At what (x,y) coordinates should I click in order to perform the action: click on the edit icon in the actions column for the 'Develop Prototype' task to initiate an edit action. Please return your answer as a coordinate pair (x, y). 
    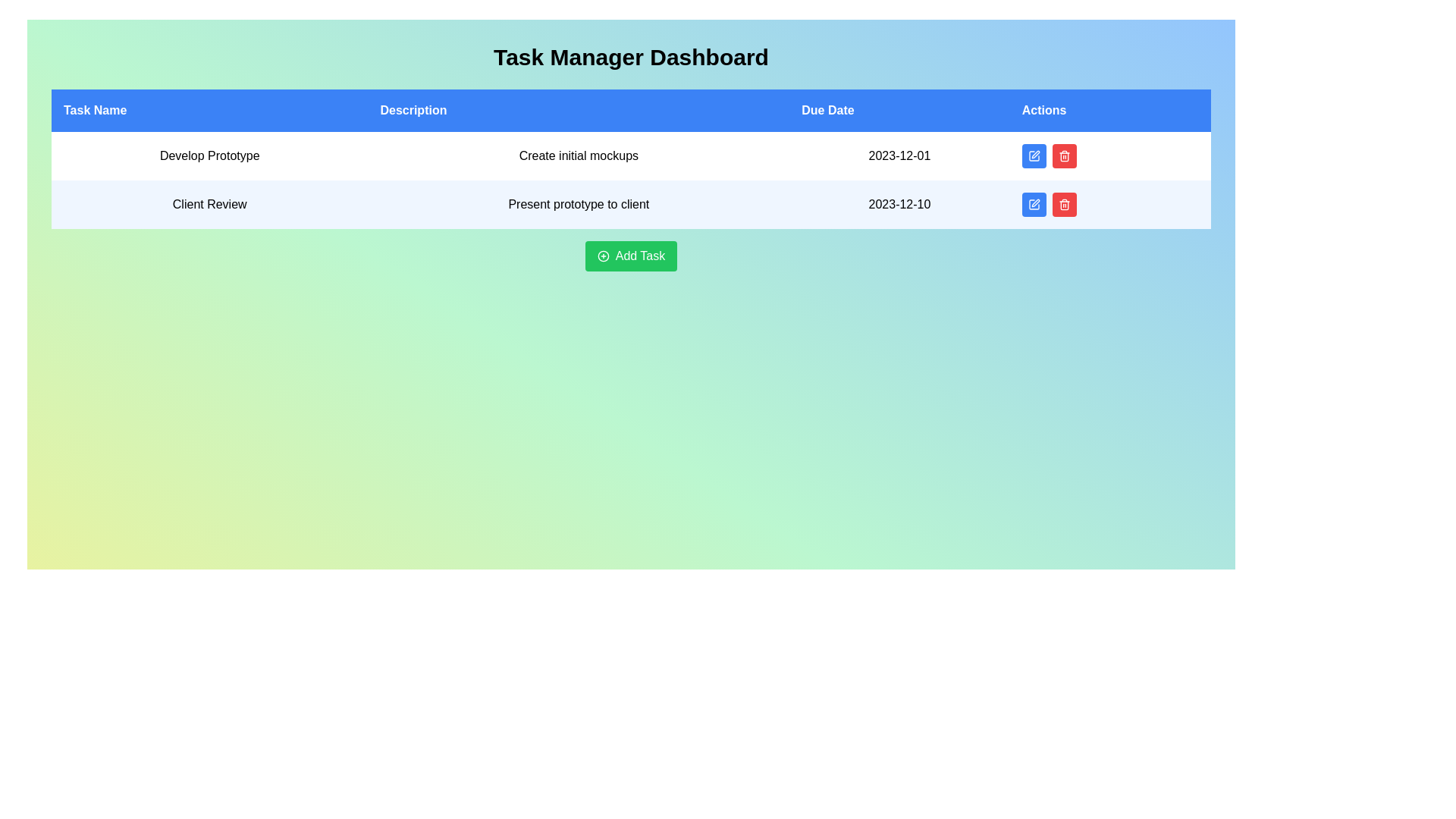
    Looking at the image, I should click on (1033, 155).